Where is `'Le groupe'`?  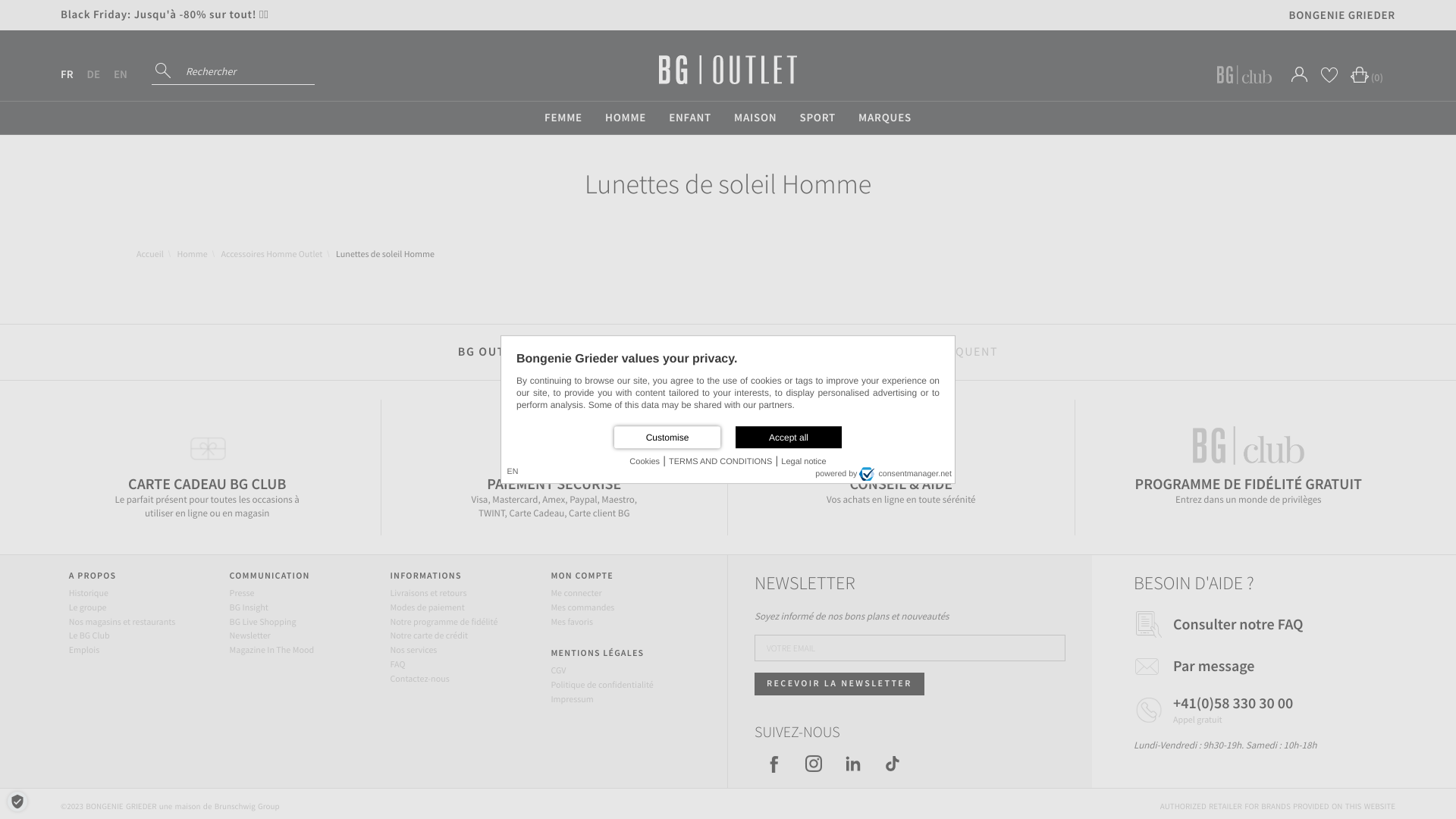
'Le groupe' is located at coordinates (68, 607).